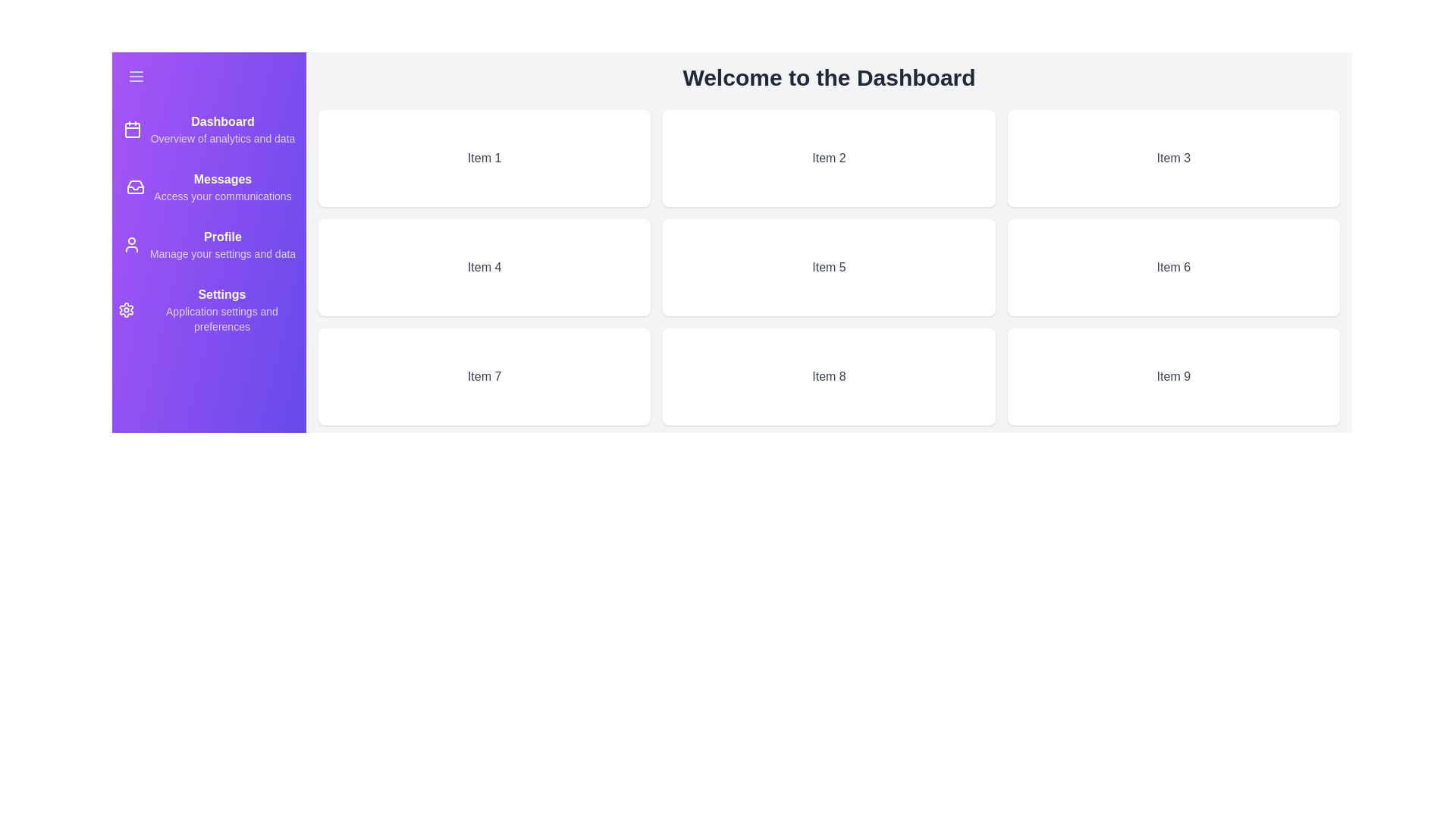  Describe the element at coordinates (208, 76) in the screenshot. I see `toggle button to change the drawer state` at that location.